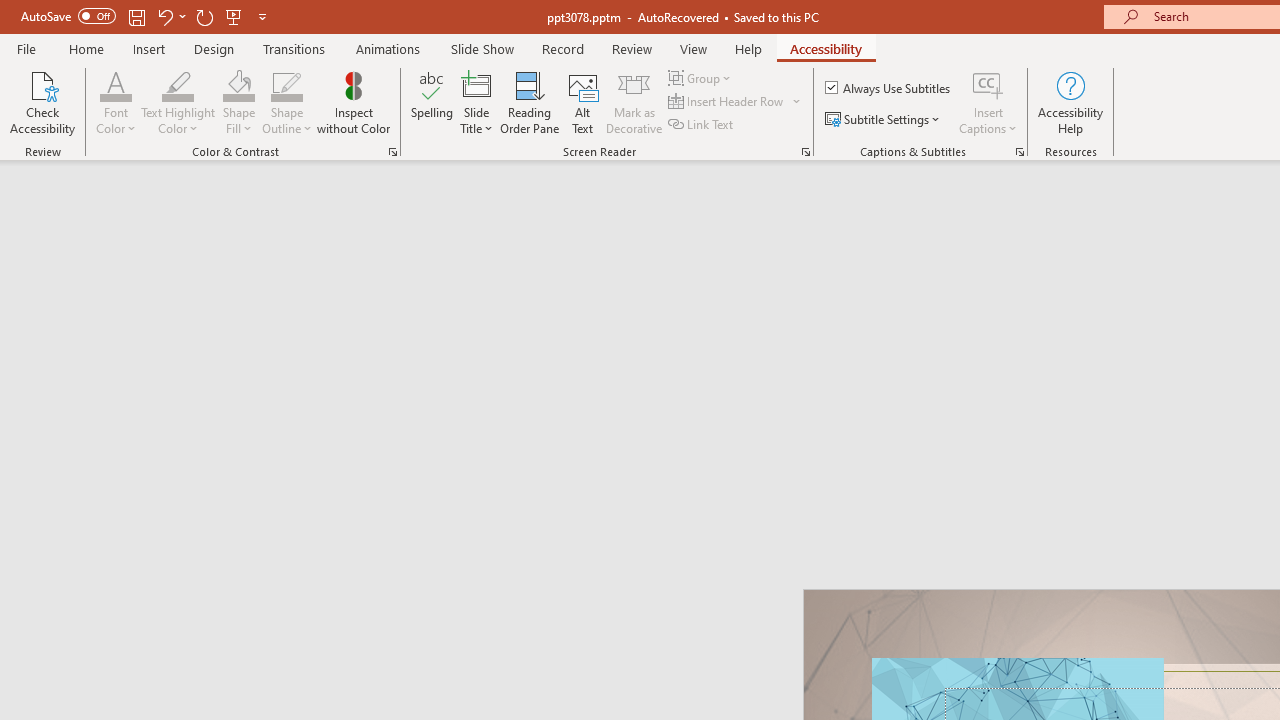 Image resolution: width=1280 pixels, height=720 pixels. I want to click on 'Spelling...', so click(431, 103).